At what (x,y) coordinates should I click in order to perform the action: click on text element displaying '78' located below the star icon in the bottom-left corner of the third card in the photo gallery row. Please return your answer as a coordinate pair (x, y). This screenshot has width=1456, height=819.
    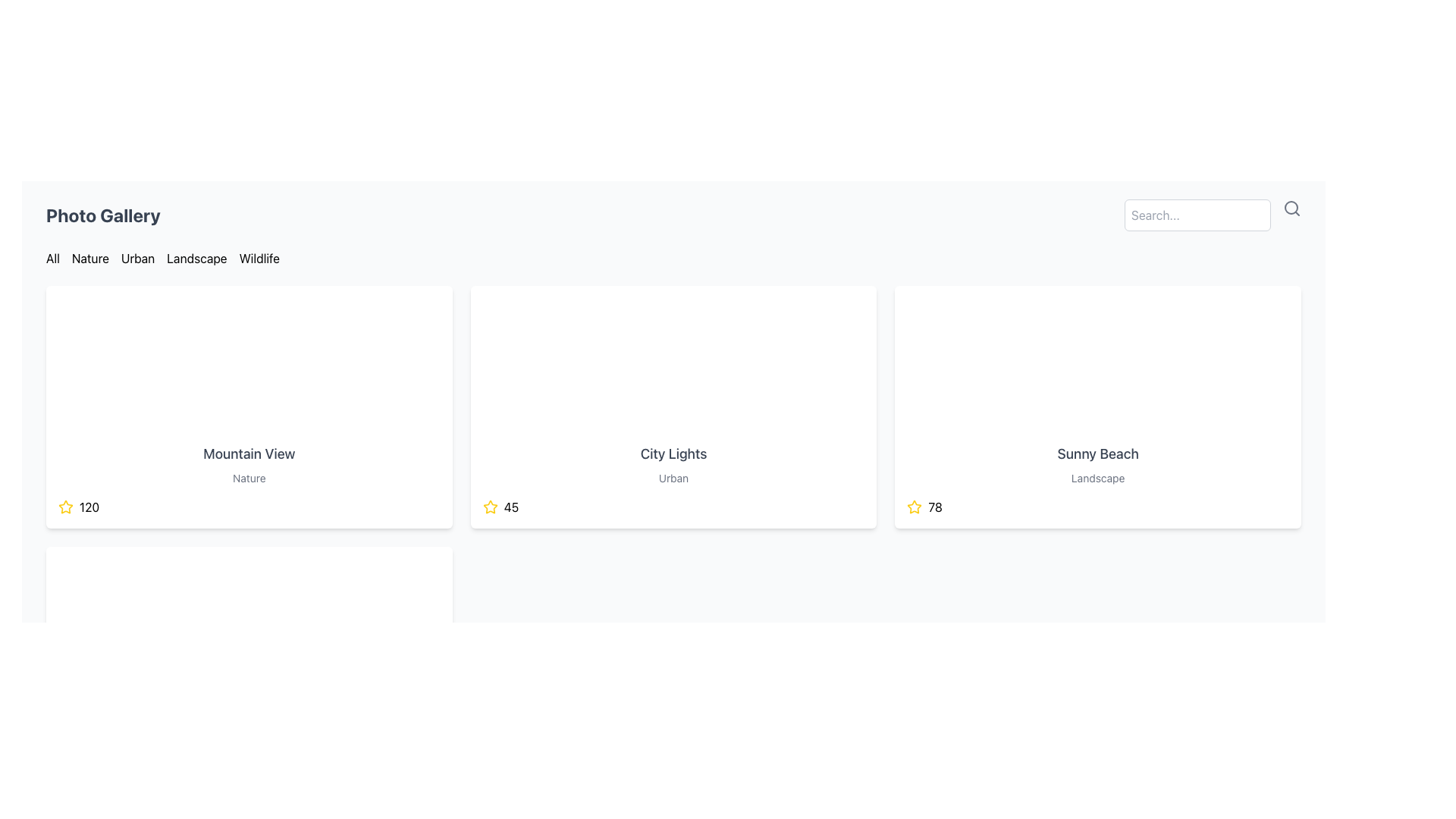
    Looking at the image, I should click on (934, 507).